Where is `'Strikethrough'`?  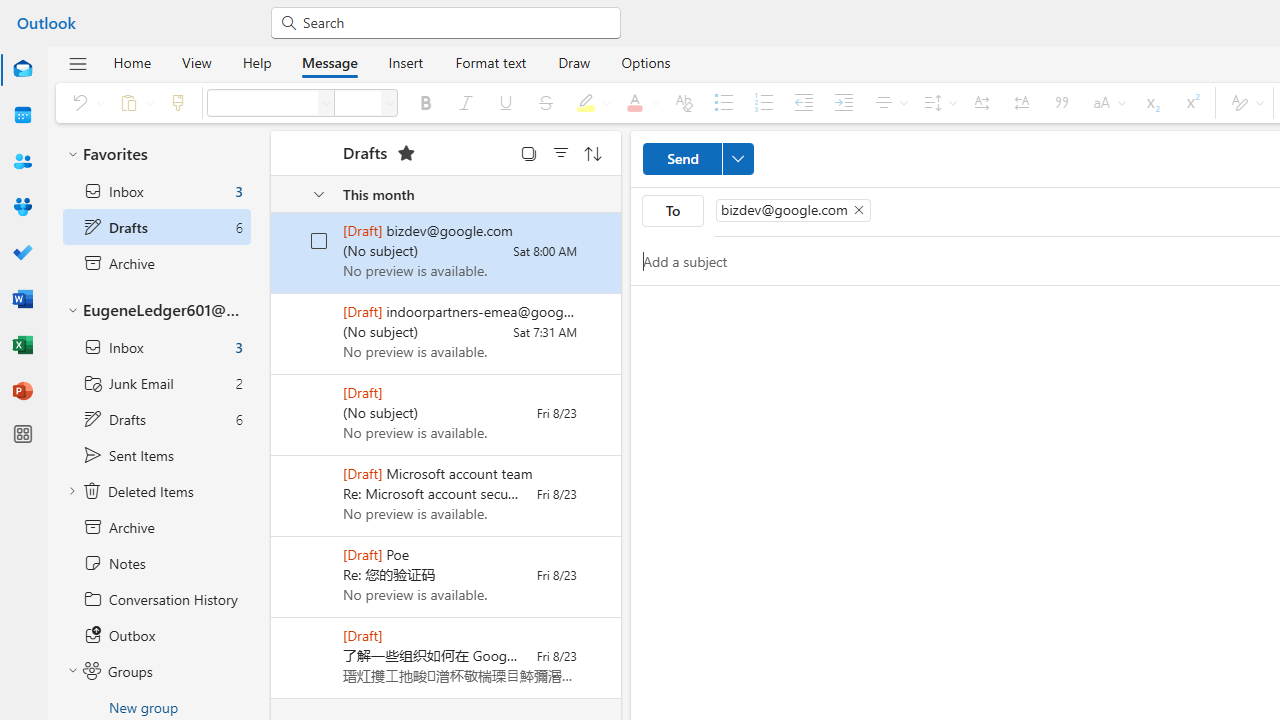 'Strikethrough' is located at coordinates (545, 102).